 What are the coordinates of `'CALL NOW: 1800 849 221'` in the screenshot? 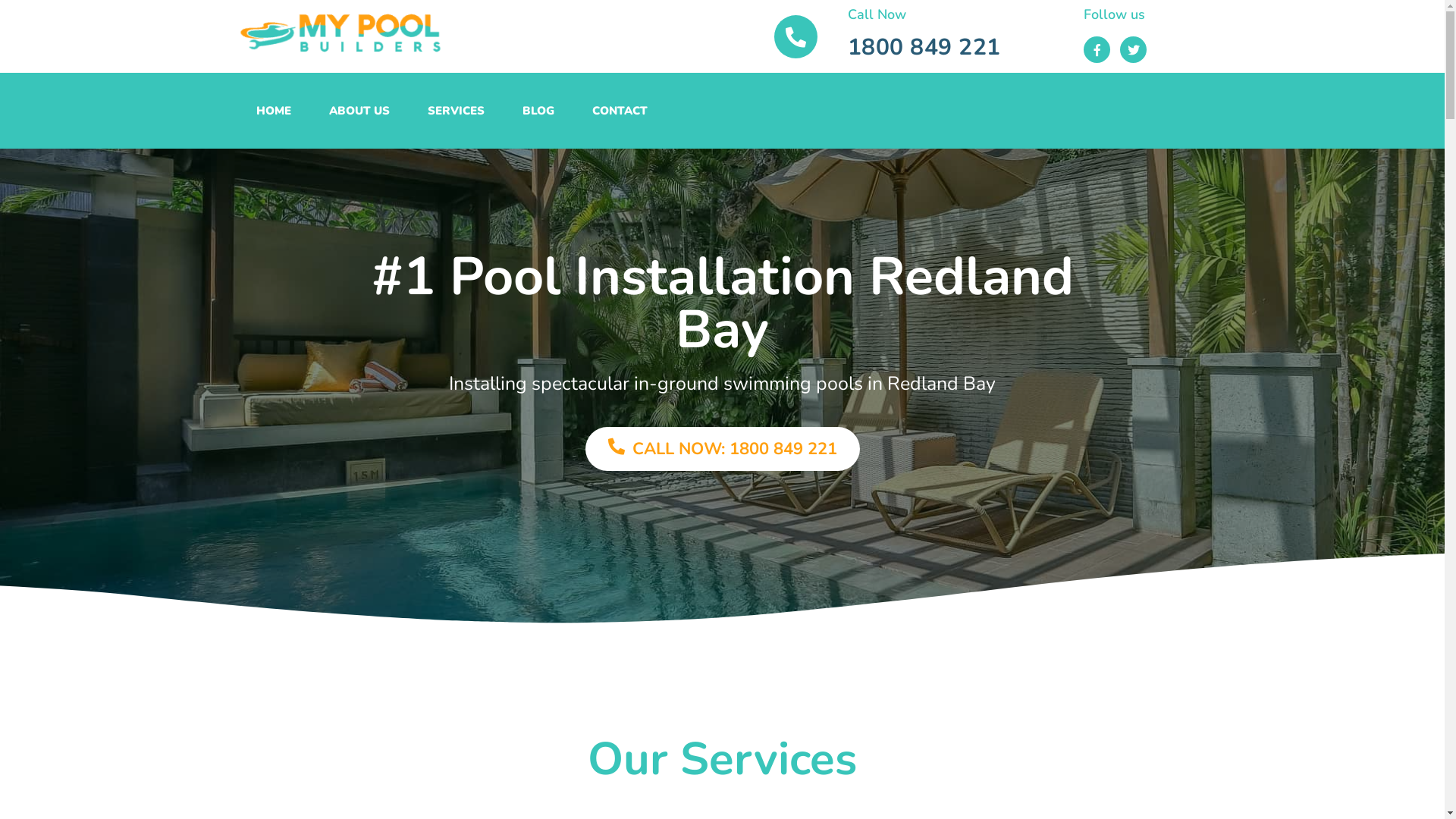 It's located at (722, 448).